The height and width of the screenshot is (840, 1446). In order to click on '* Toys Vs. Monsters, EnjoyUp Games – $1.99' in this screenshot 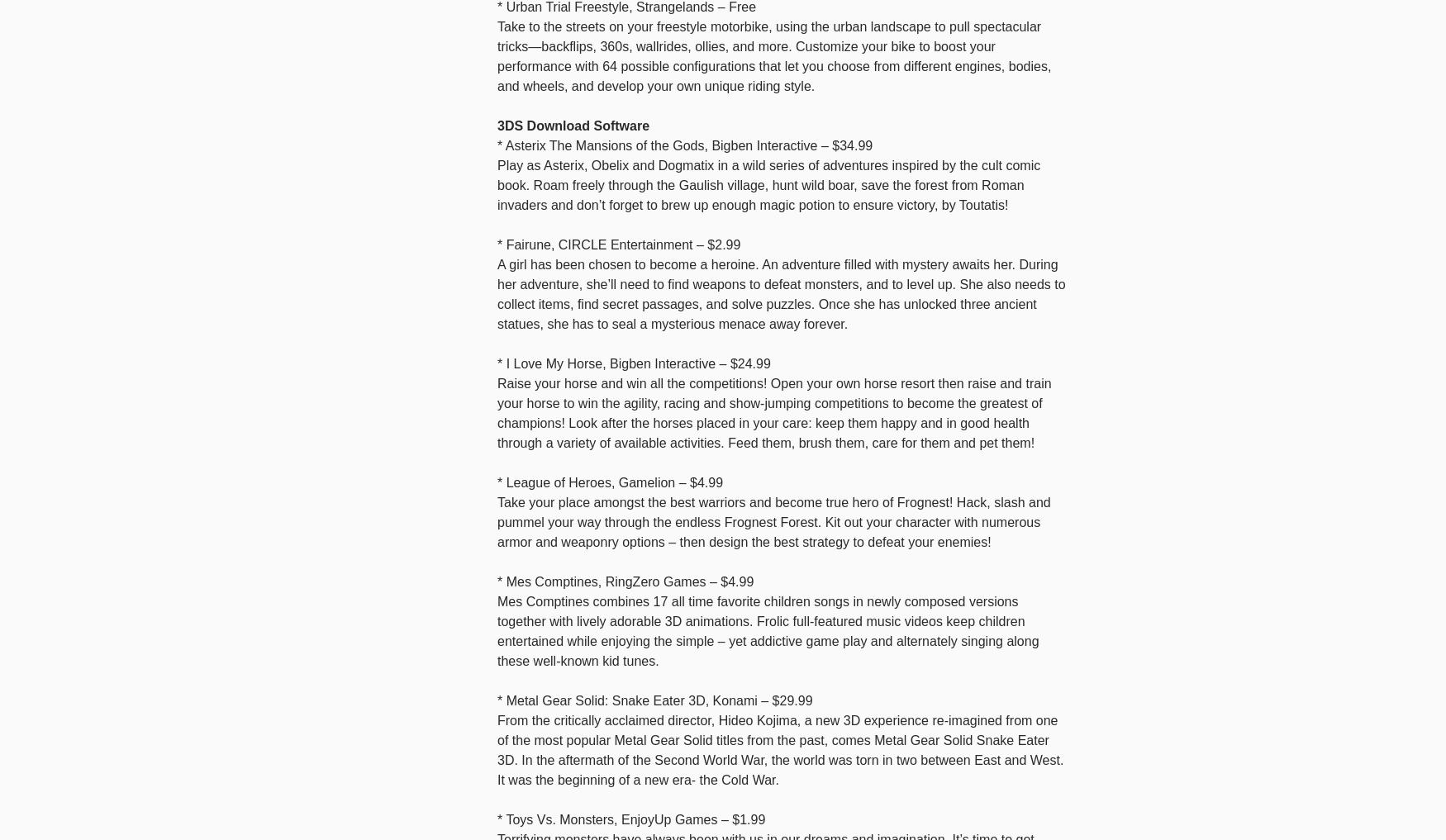, I will do `click(630, 819)`.